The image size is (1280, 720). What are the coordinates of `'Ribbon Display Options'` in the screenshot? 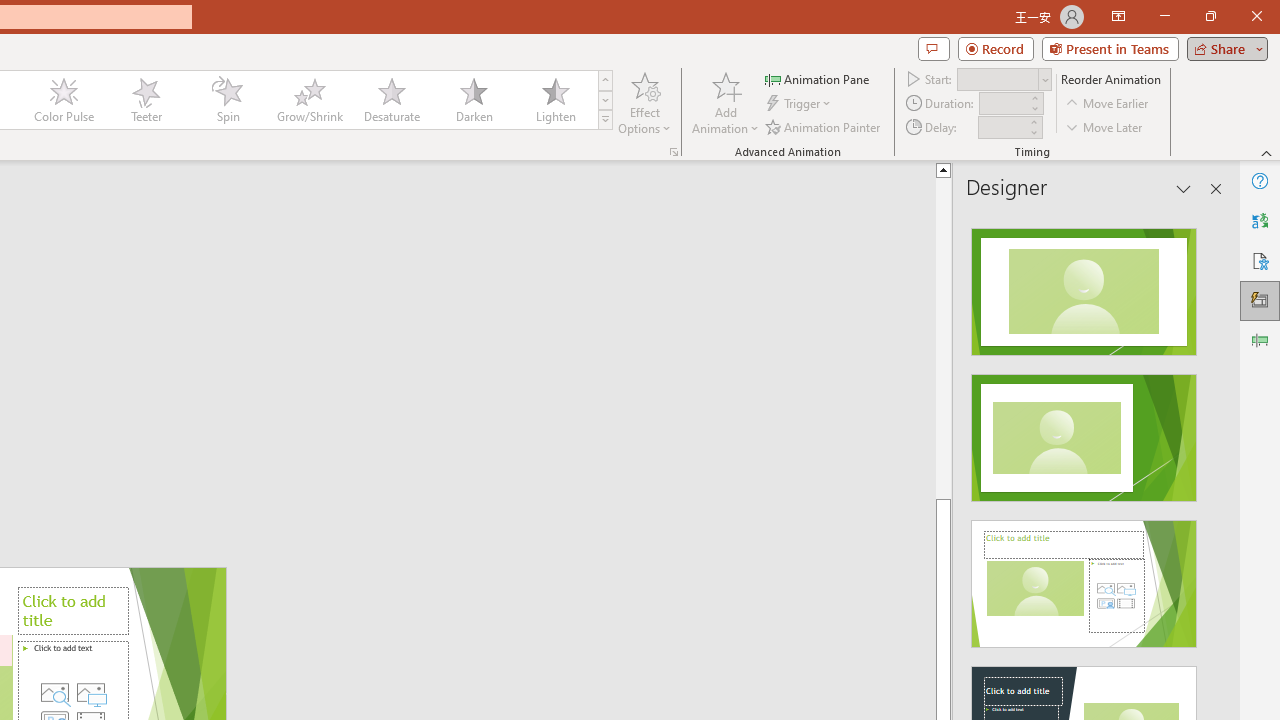 It's located at (1117, 16).